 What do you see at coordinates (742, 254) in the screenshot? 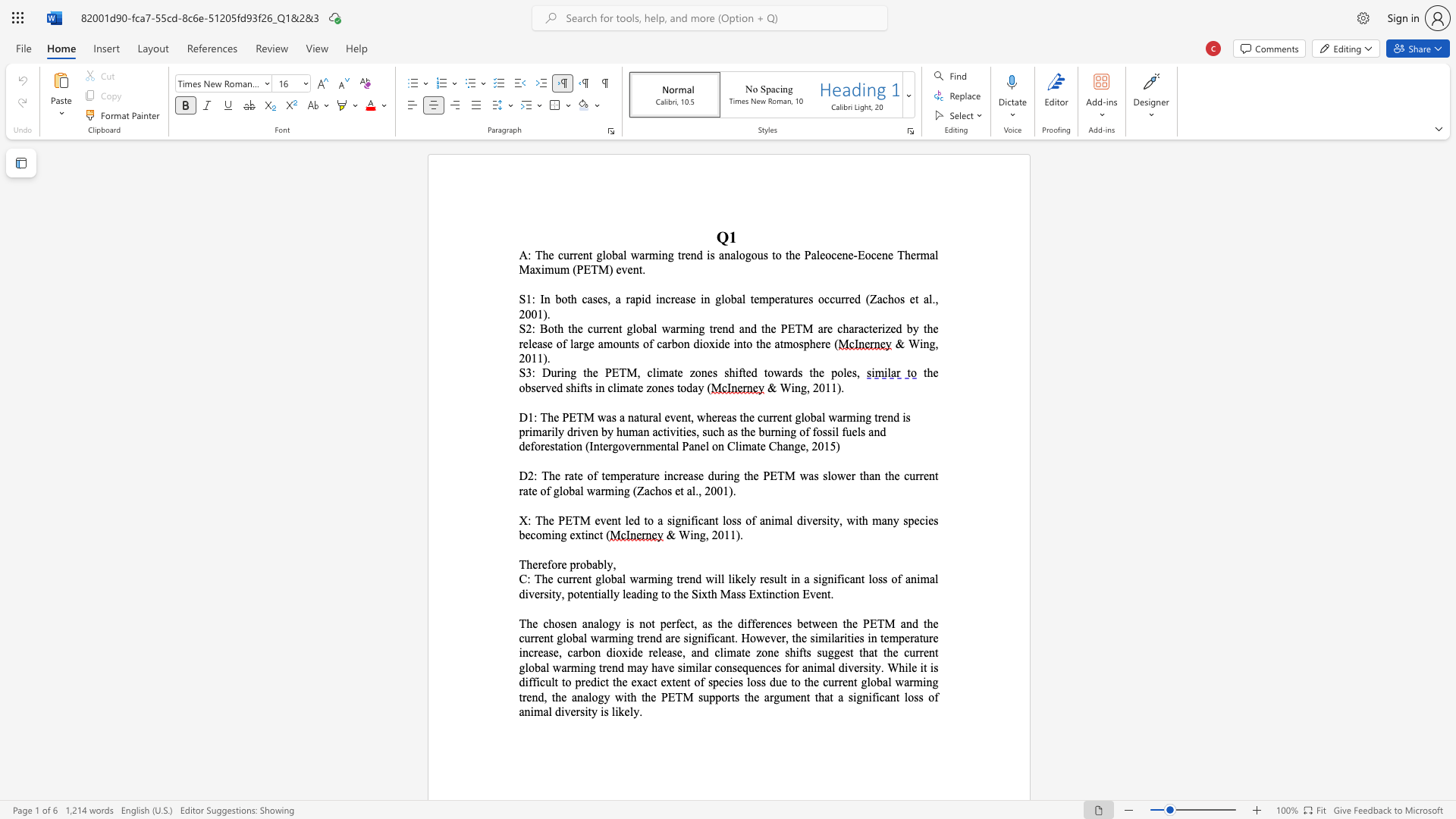
I see `the 2th character "o" in the text` at bounding box center [742, 254].